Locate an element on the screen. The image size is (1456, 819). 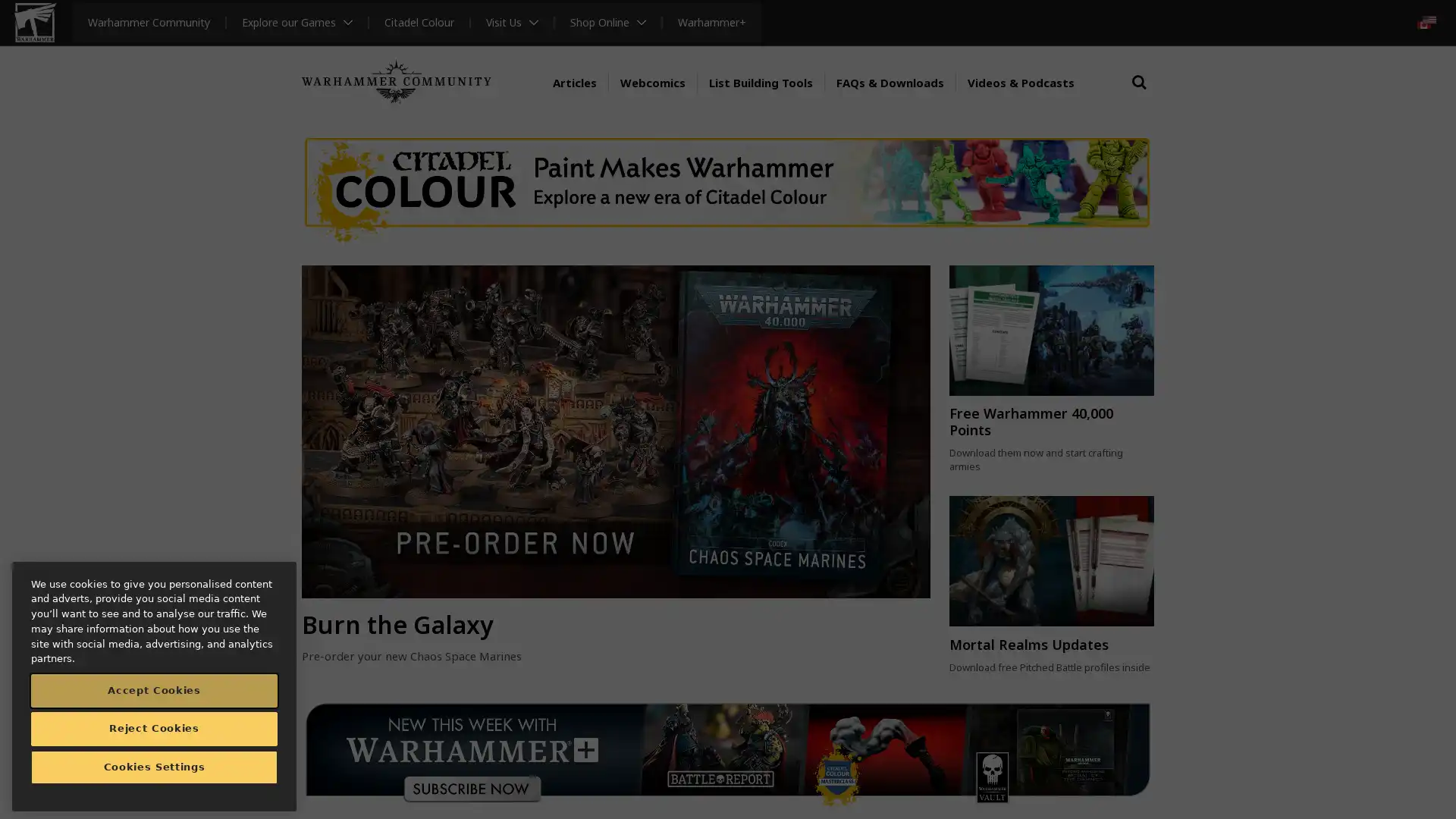
Cookies Settings is located at coordinates (154, 767).